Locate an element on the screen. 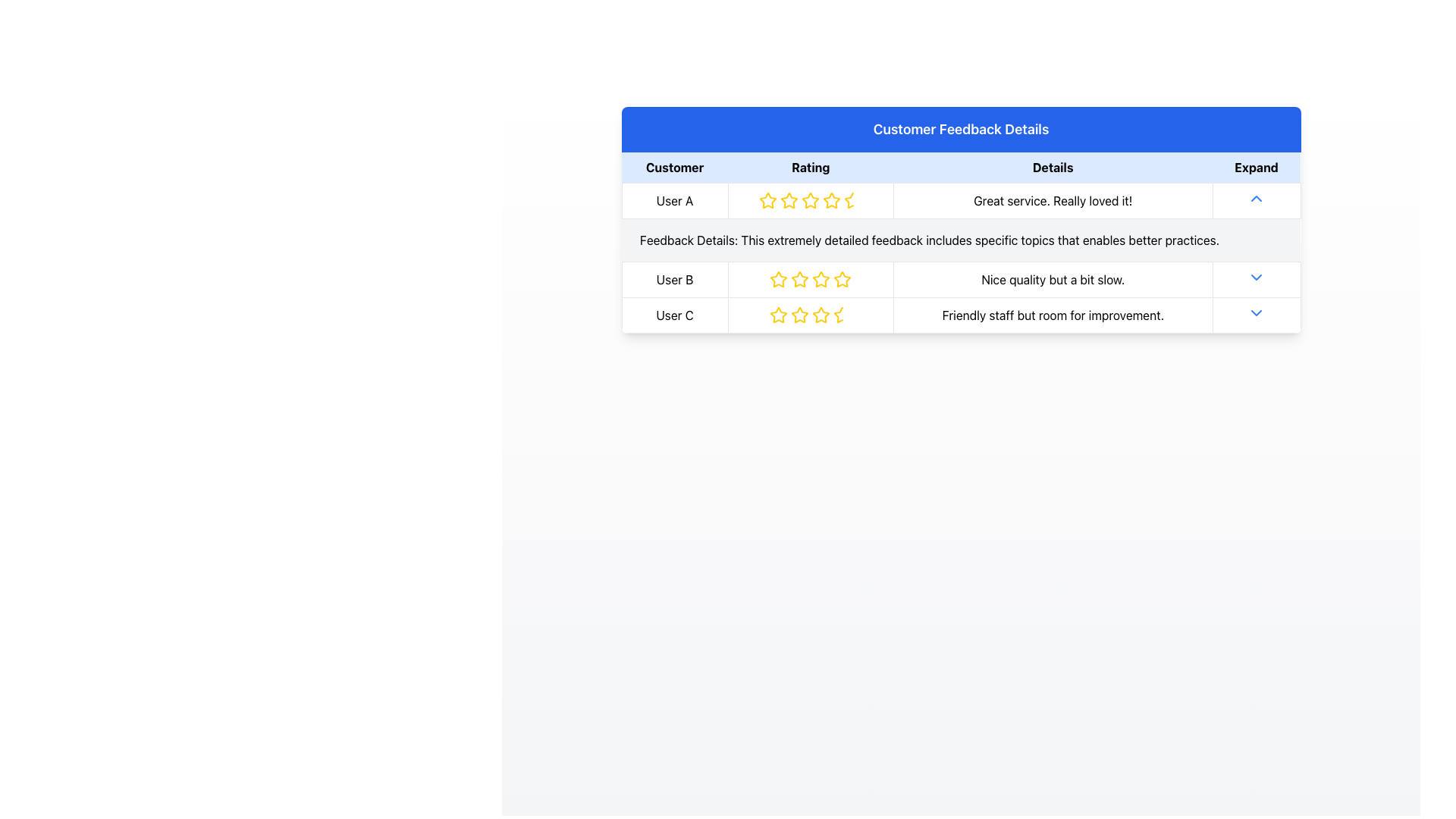 The height and width of the screenshot is (819, 1456). the first star rating icon for 'User C' in the feedback table, which is a yellow-bordered star with a hollow center is located at coordinates (779, 314).